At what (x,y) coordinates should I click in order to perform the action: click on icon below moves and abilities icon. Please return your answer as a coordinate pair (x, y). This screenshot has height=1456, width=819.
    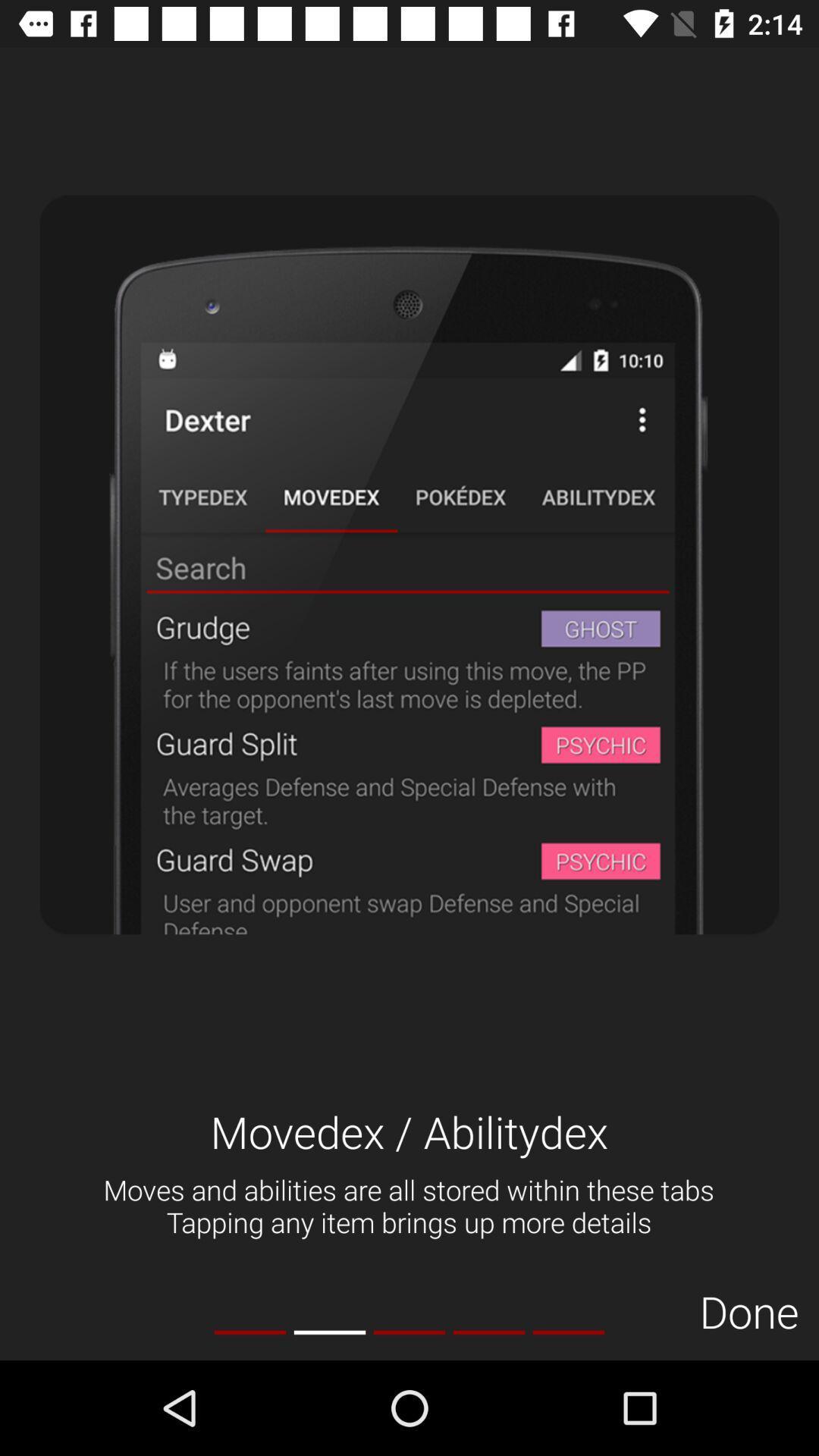
    Looking at the image, I should click on (488, 1332).